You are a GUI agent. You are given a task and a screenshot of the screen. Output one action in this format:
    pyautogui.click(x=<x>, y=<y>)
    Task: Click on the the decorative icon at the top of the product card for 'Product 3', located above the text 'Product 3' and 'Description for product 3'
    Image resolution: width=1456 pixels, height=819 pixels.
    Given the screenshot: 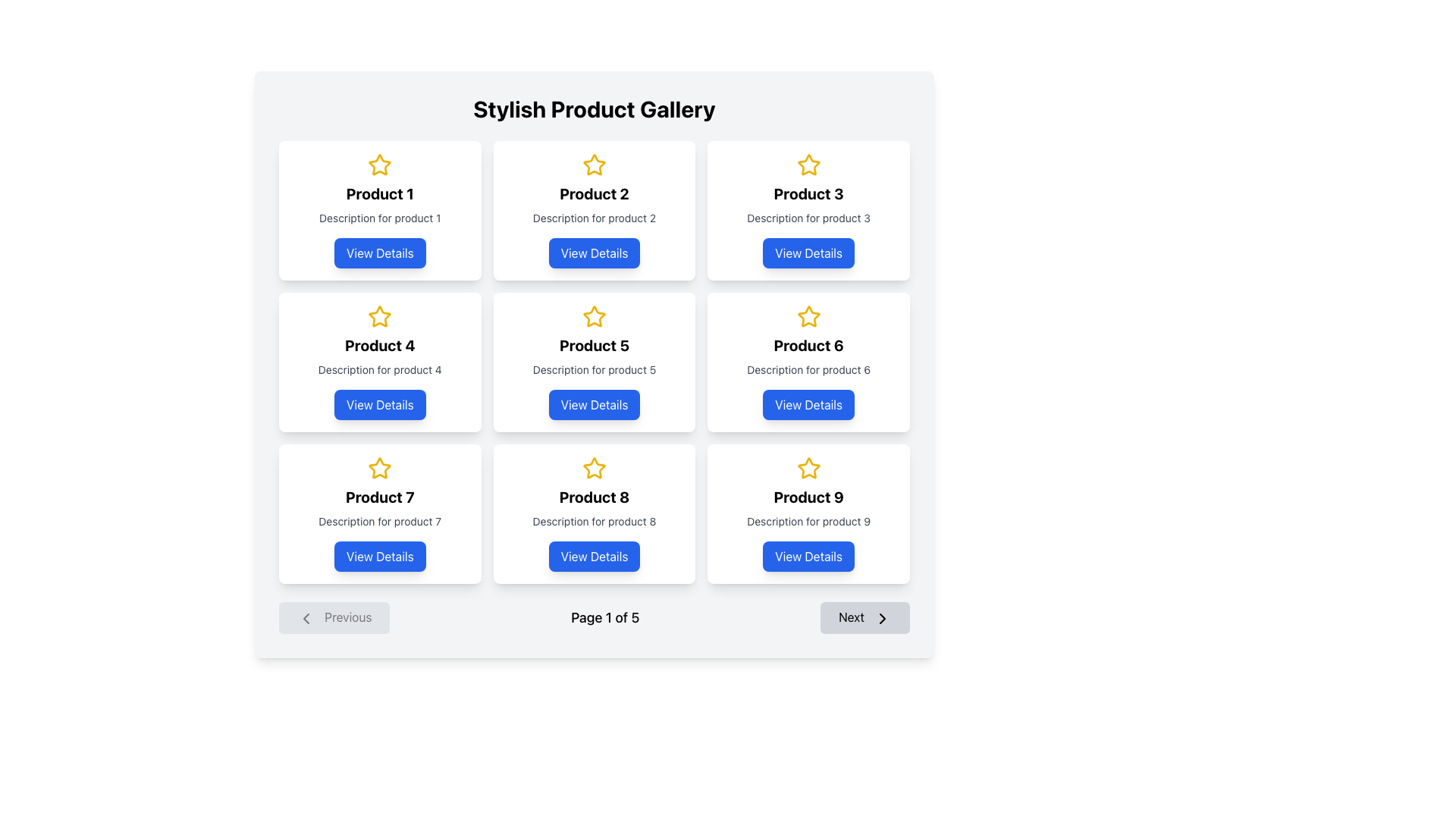 What is the action you would take?
    pyautogui.click(x=808, y=165)
    